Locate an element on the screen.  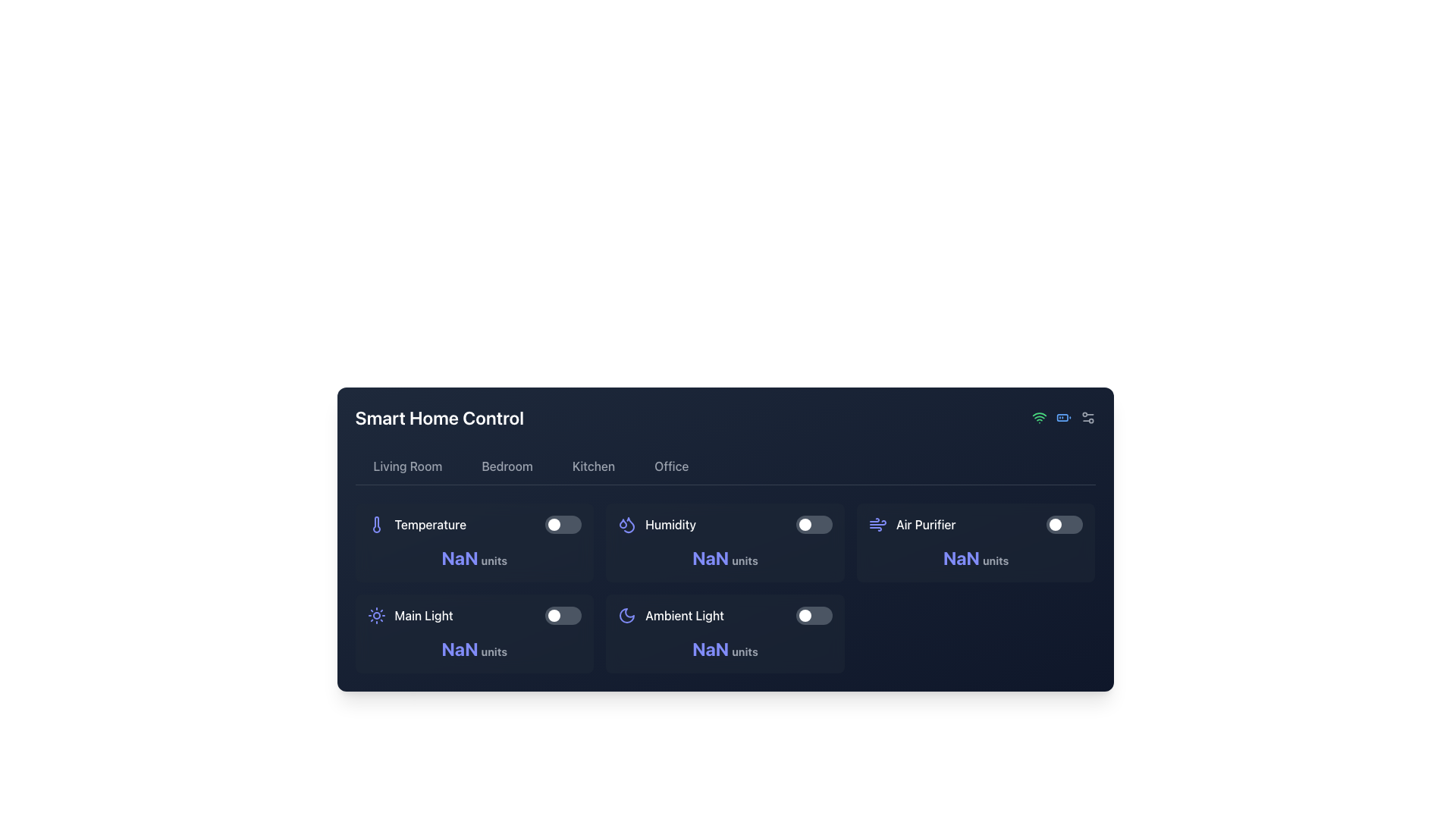
the text display that shows 'NaNunits', which has 'NaN' in bold light indigo and 'units' in smaller gray font, located under the 'Temperature' label is located at coordinates (473, 558).